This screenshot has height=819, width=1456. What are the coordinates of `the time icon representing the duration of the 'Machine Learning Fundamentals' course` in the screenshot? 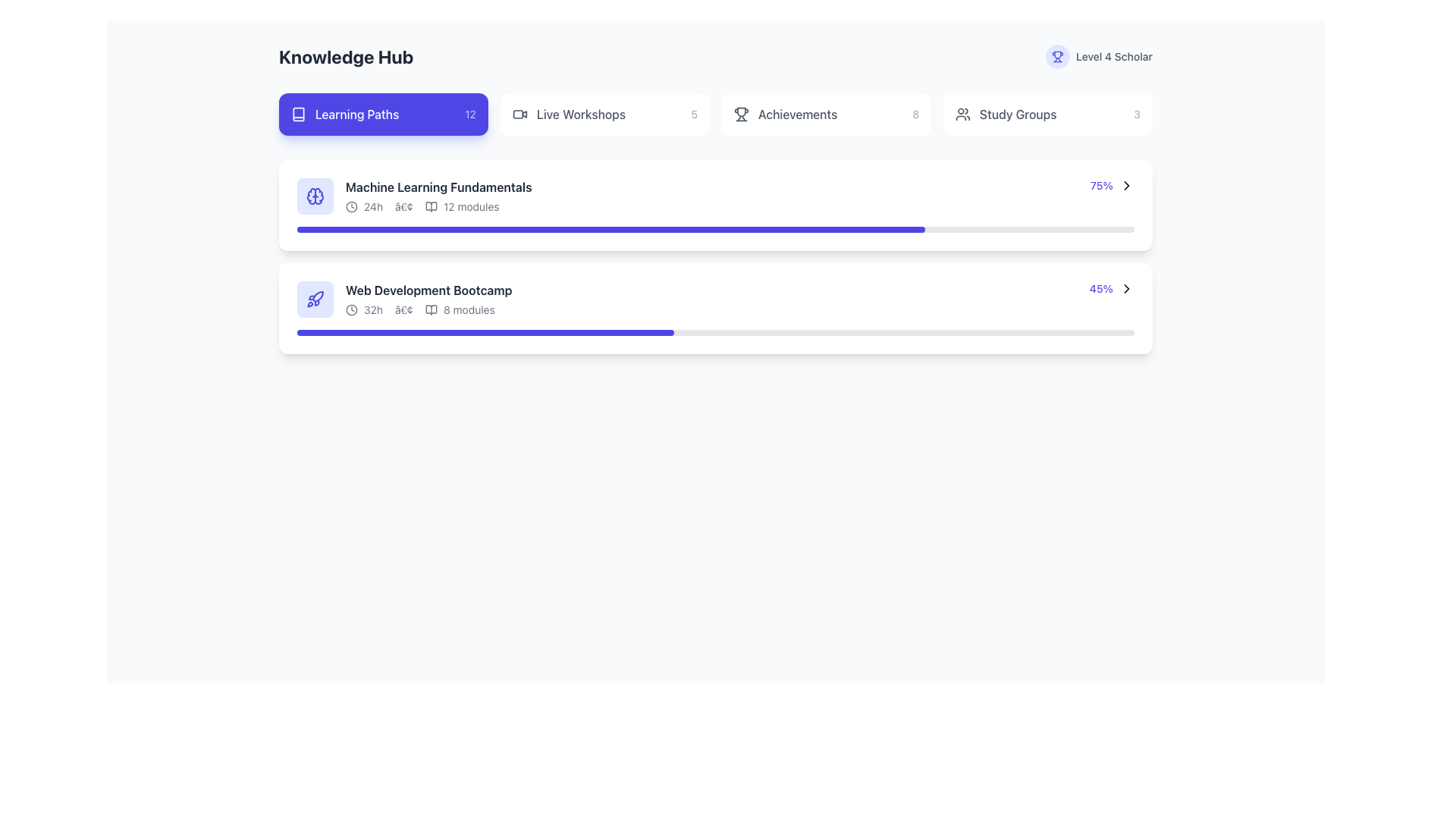 It's located at (351, 207).